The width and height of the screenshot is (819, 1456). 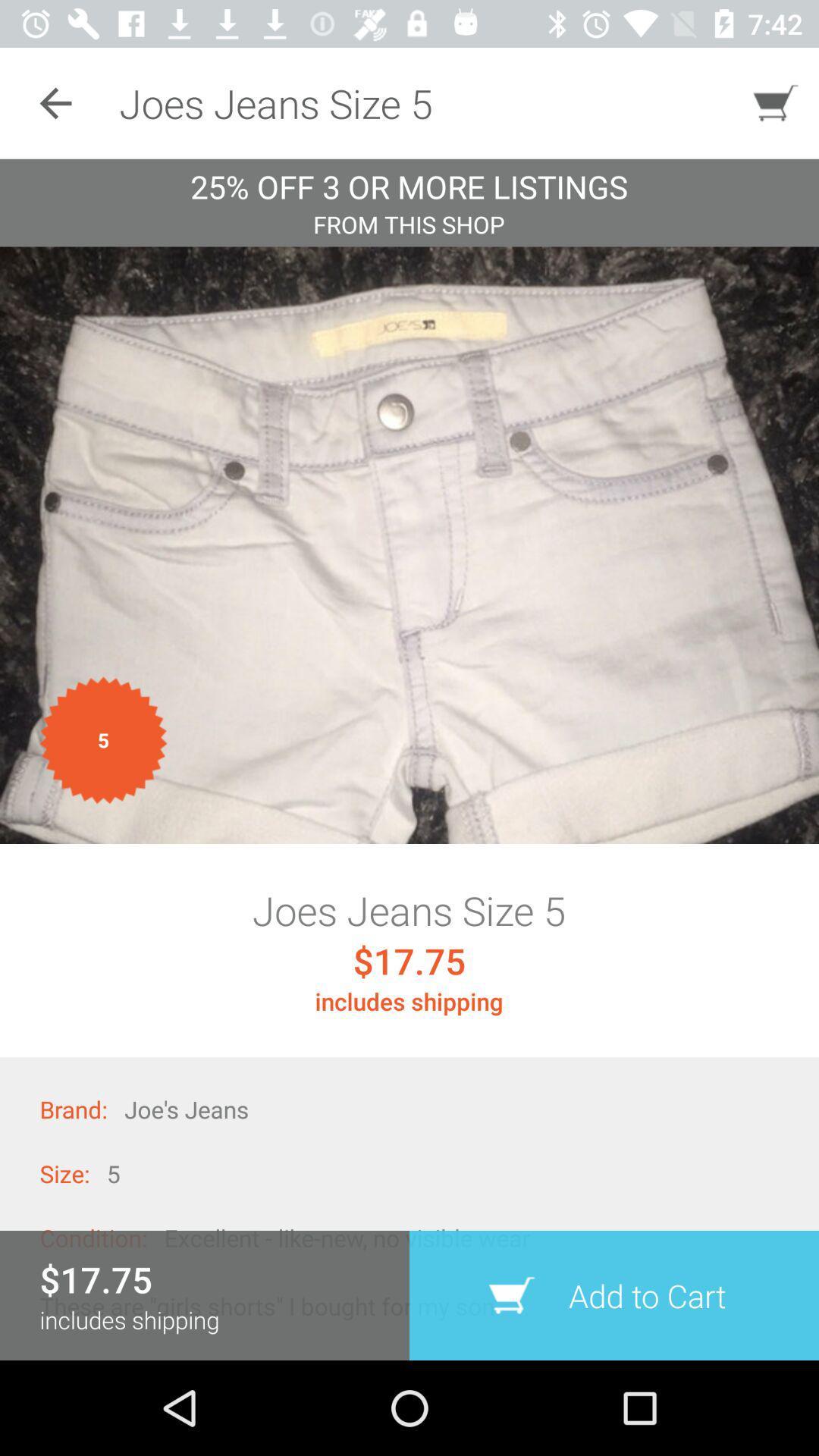 What do you see at coordinates (614, 1294) in the screenshot?
I see `the add to cart icon` at bounding box center [614, 1294].